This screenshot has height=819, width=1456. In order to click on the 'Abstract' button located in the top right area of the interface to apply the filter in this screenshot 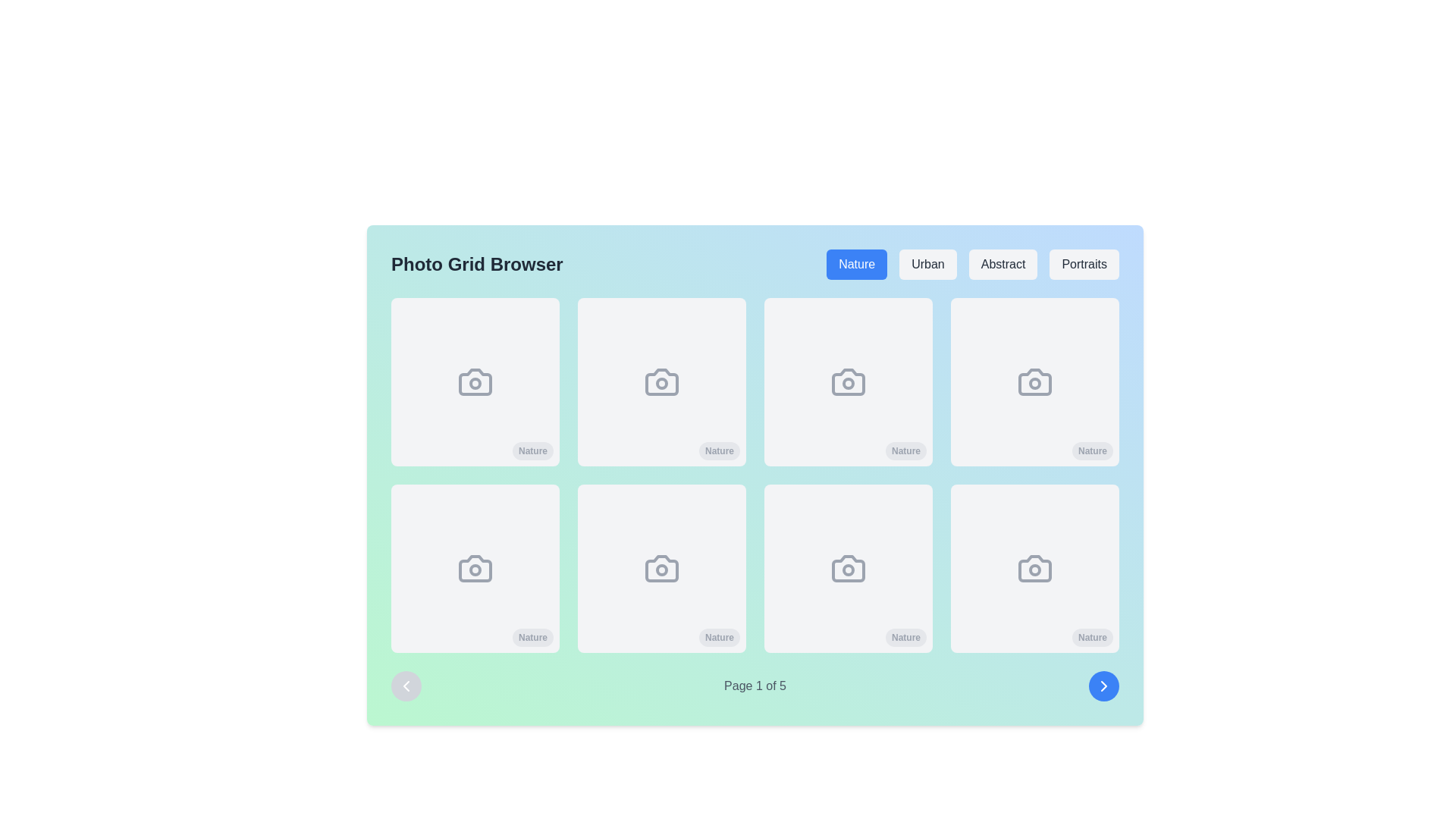, I will do `click(1003, 263)`.